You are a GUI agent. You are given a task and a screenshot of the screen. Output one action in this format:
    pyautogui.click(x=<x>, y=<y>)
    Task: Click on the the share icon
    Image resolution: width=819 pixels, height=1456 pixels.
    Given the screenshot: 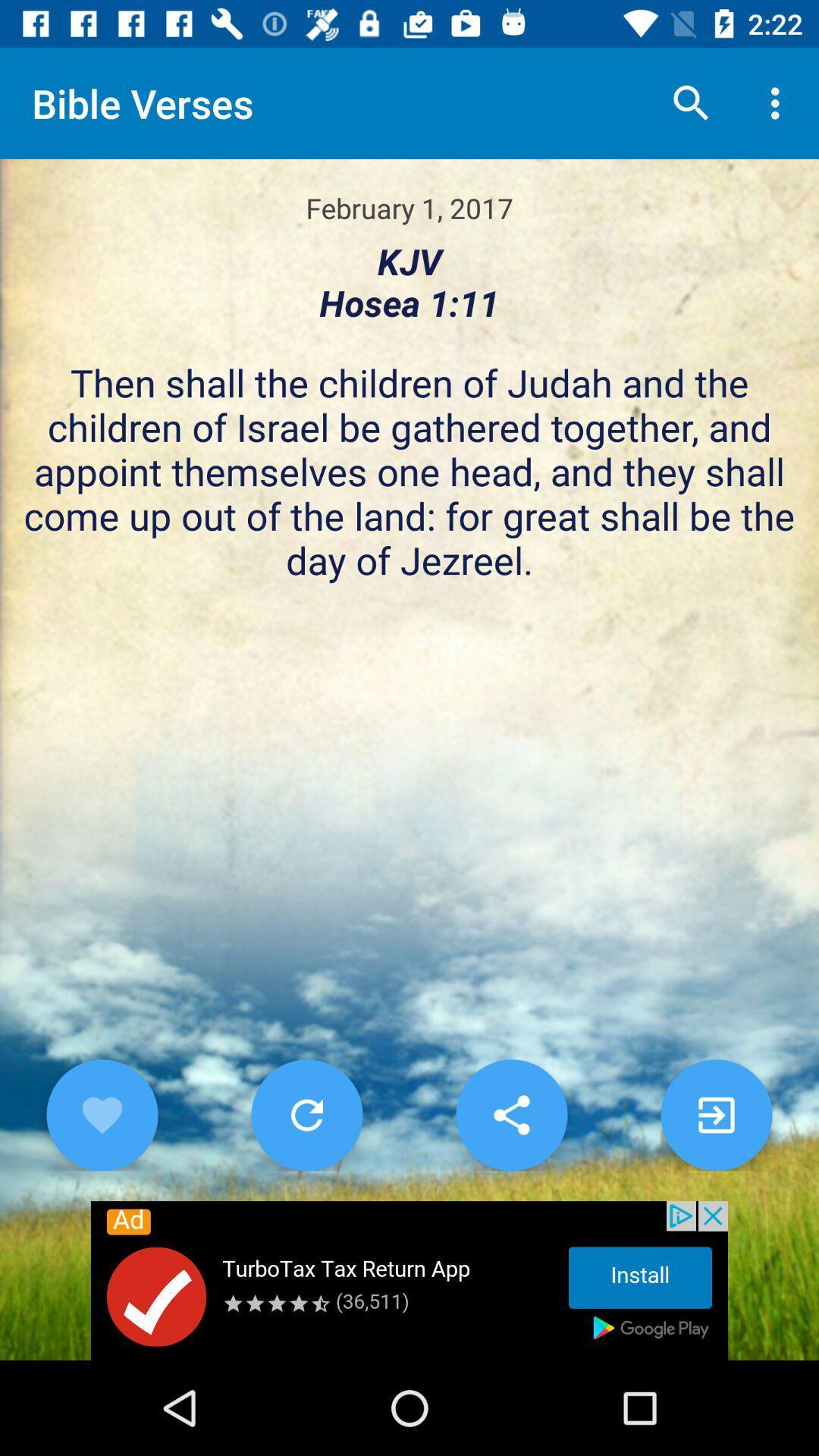 What is the action you would take?
    pyautogui.click(x=512, y=1115)
    